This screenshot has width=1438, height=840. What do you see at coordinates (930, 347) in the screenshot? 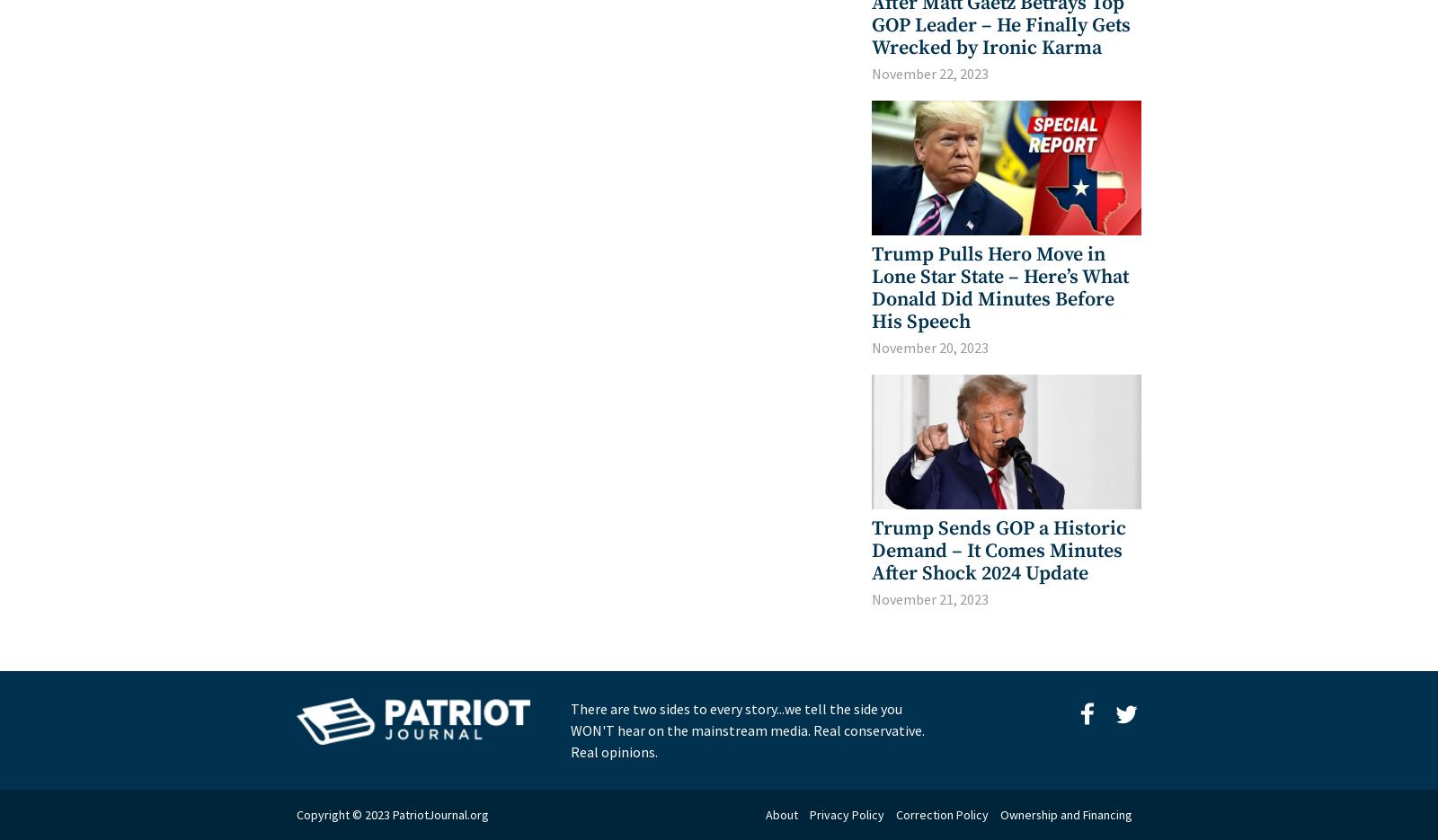
I see `'November 20, 2023'` at bounding box center [930, 347].